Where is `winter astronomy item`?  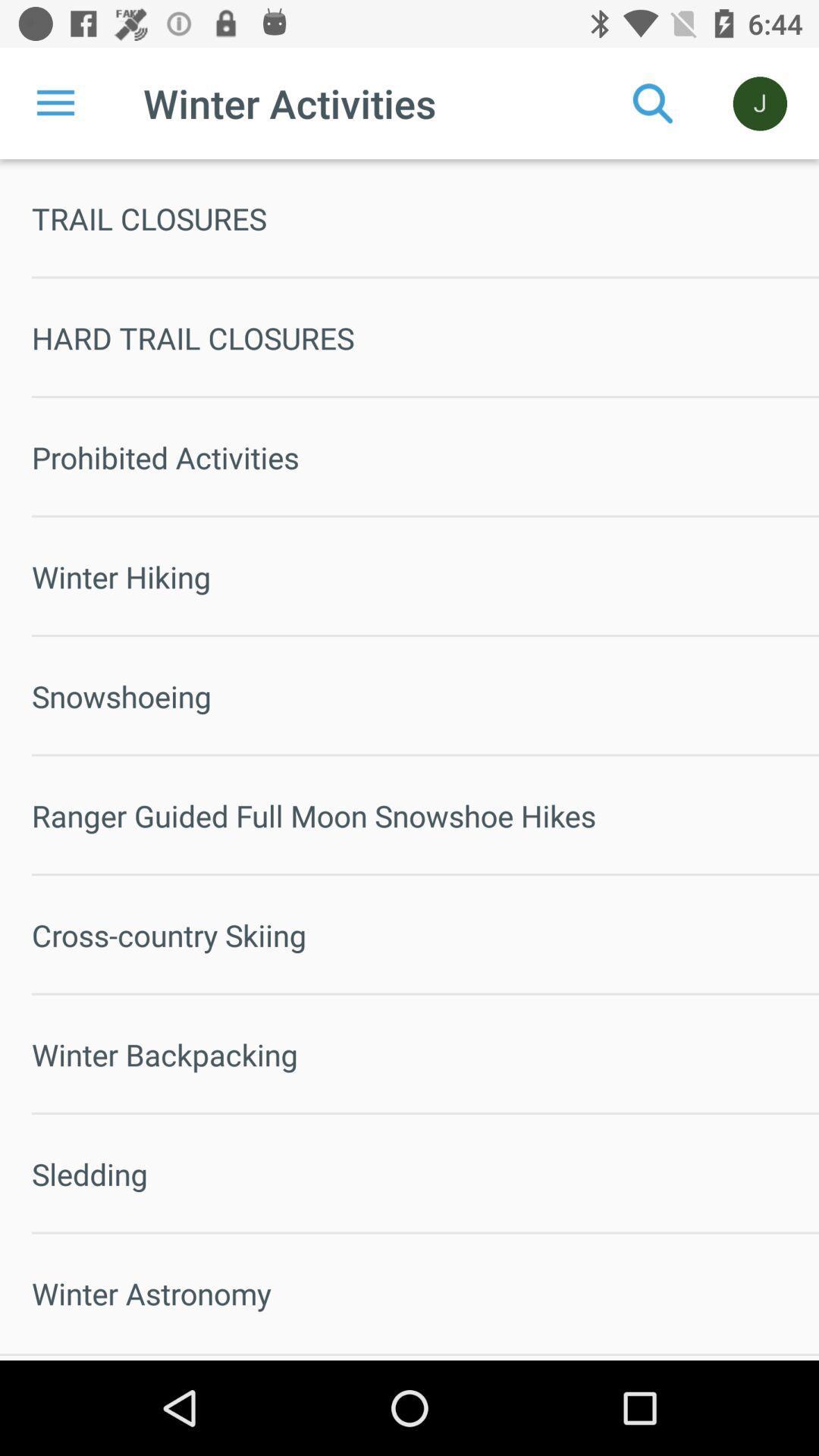 winter astronomy item is located at coordinates (425, 1292).